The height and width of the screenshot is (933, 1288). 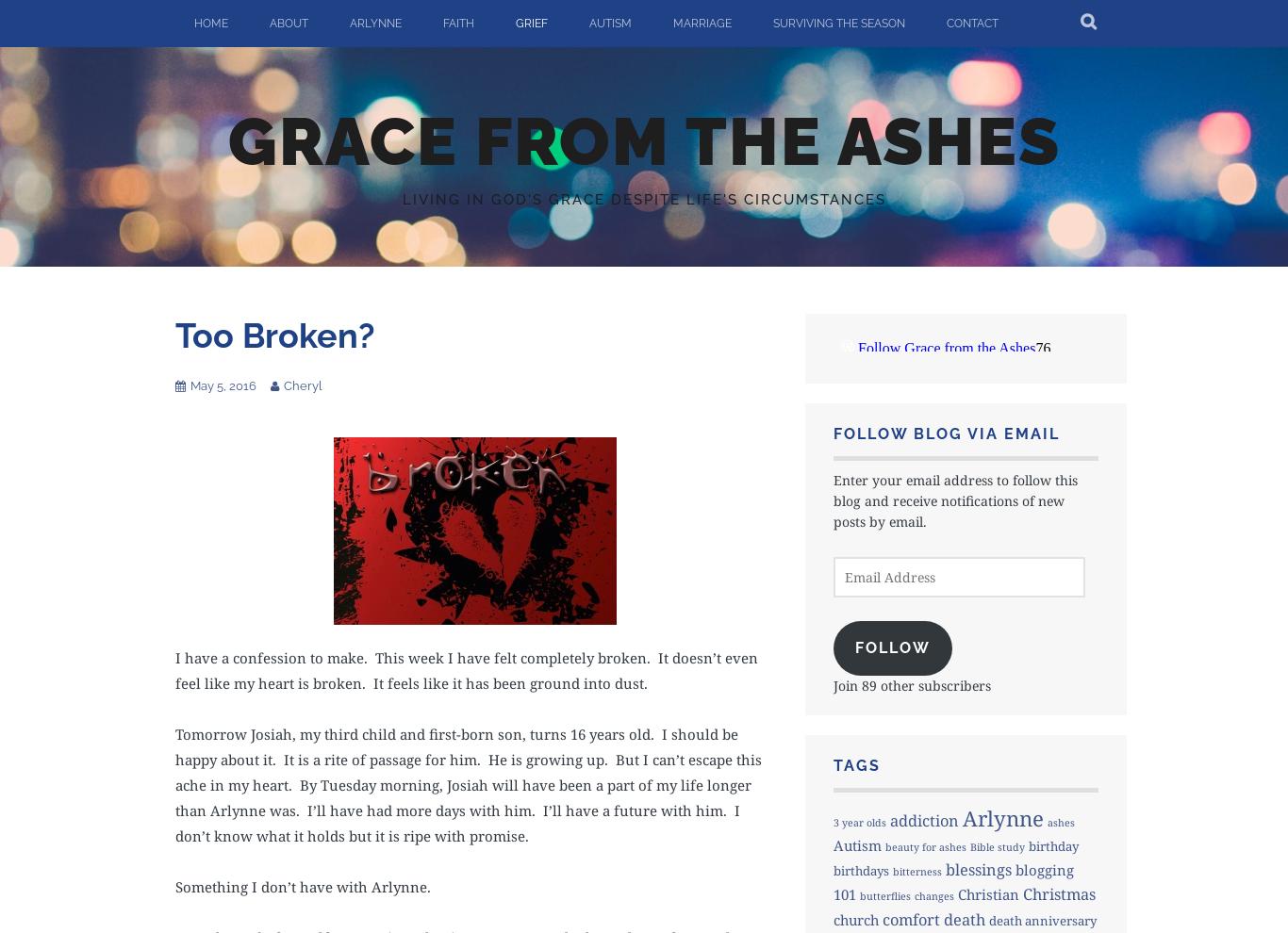 What do you see at coordinates (642, 197) in the screenshot?
I see `'Living in God's Grace Despite Life's Circumstances'` at bounding box center [642, 197].